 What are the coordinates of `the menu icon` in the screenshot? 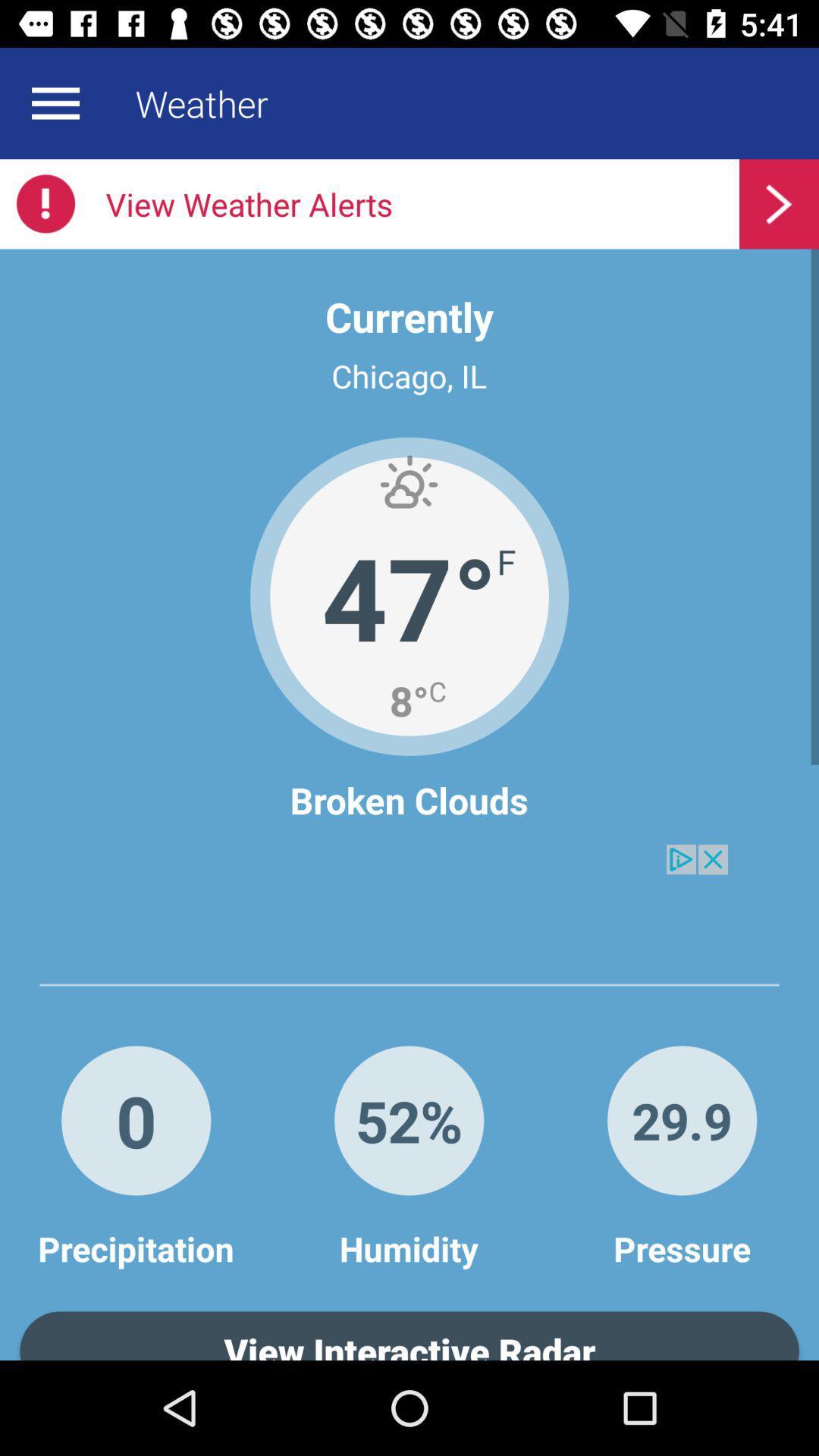 It's located at (55, 102).